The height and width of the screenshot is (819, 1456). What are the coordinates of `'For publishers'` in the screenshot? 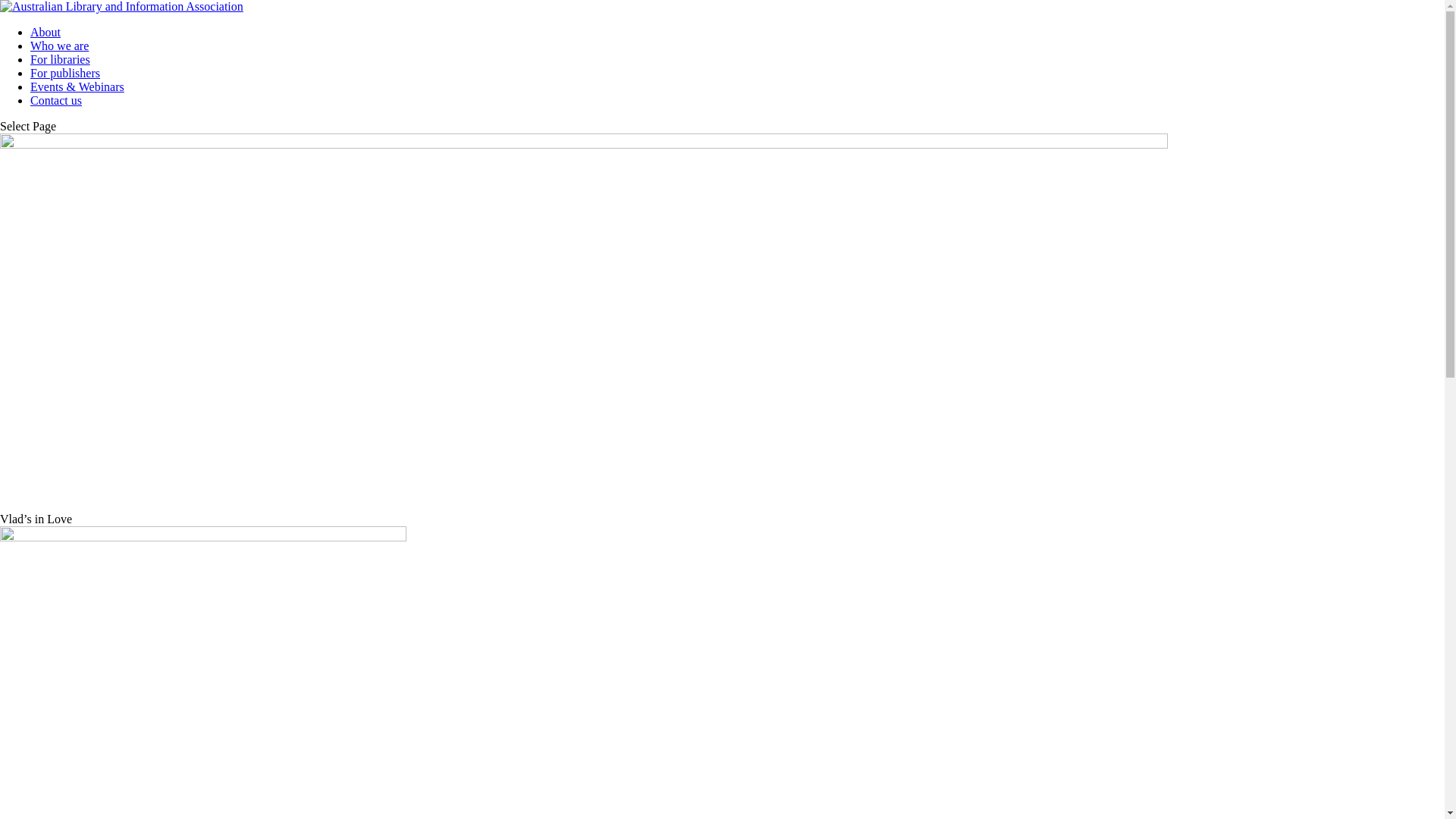 It's located at (64, 73).